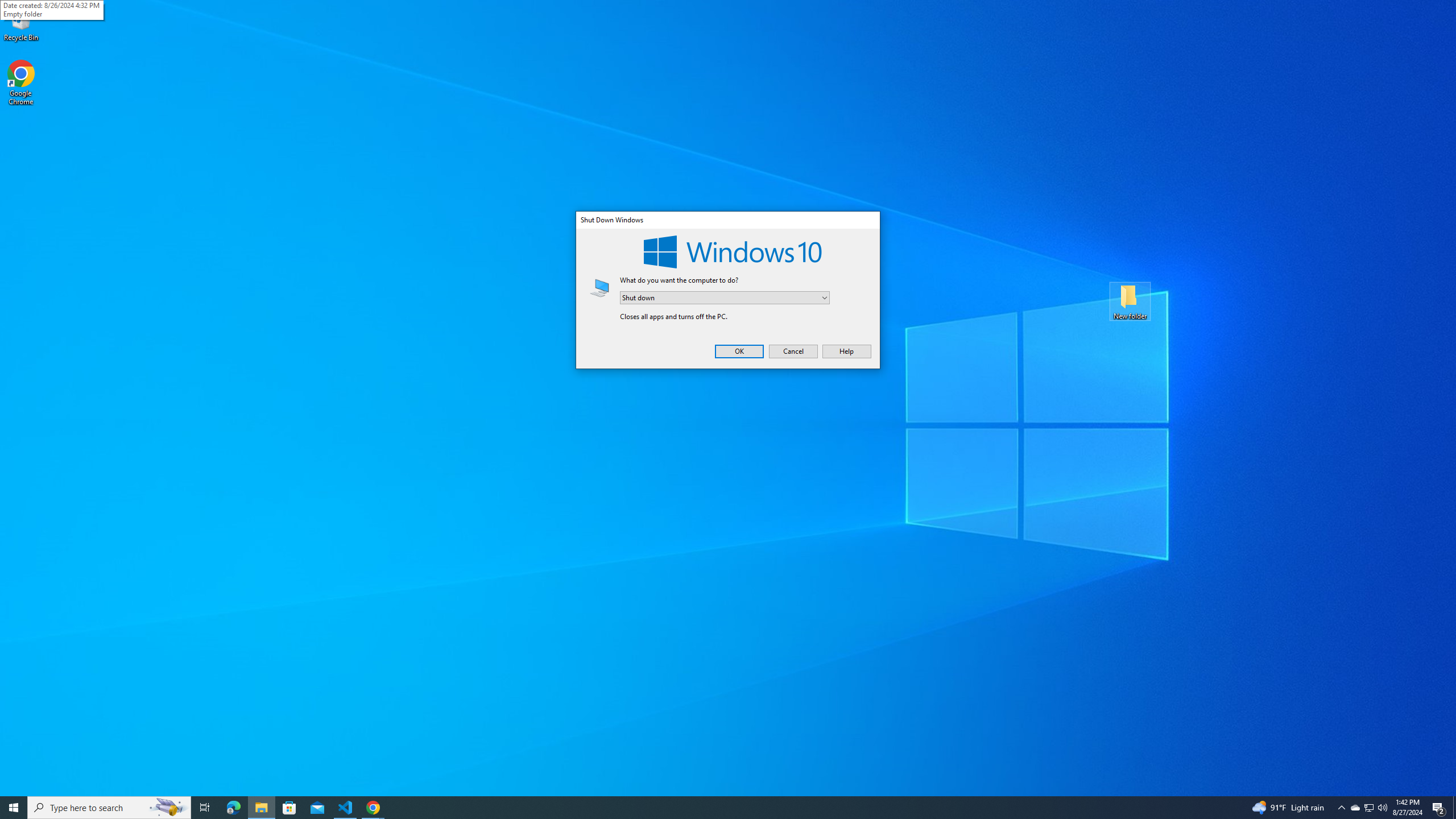  What do you see at coordinates (1342, 806) in the screenshot?
I see `'Notification Chevron'` at bounding box center [1342, 806].